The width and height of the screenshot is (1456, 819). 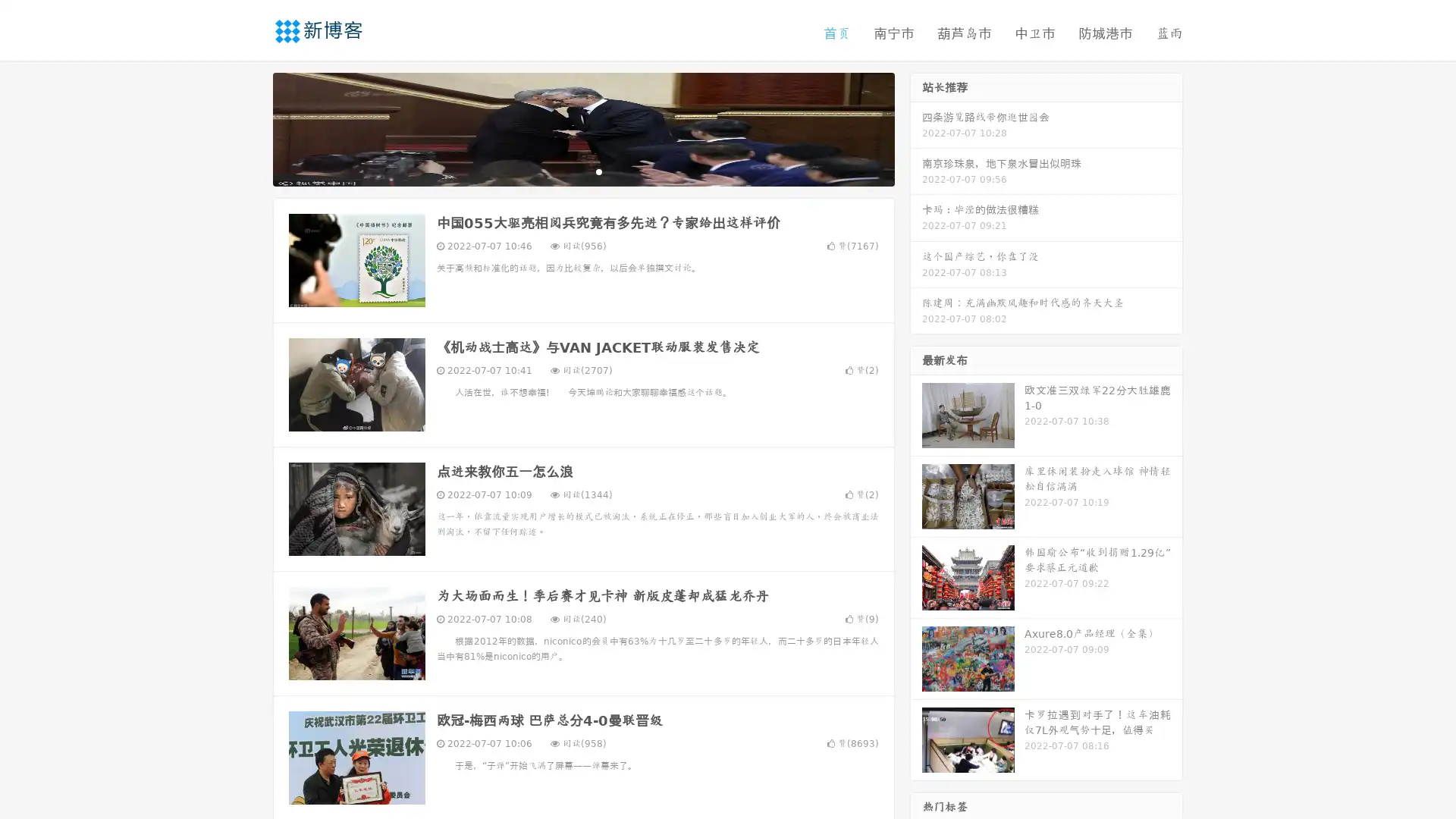 I want to click on Go to slide 3, so click(x=598, y=171).